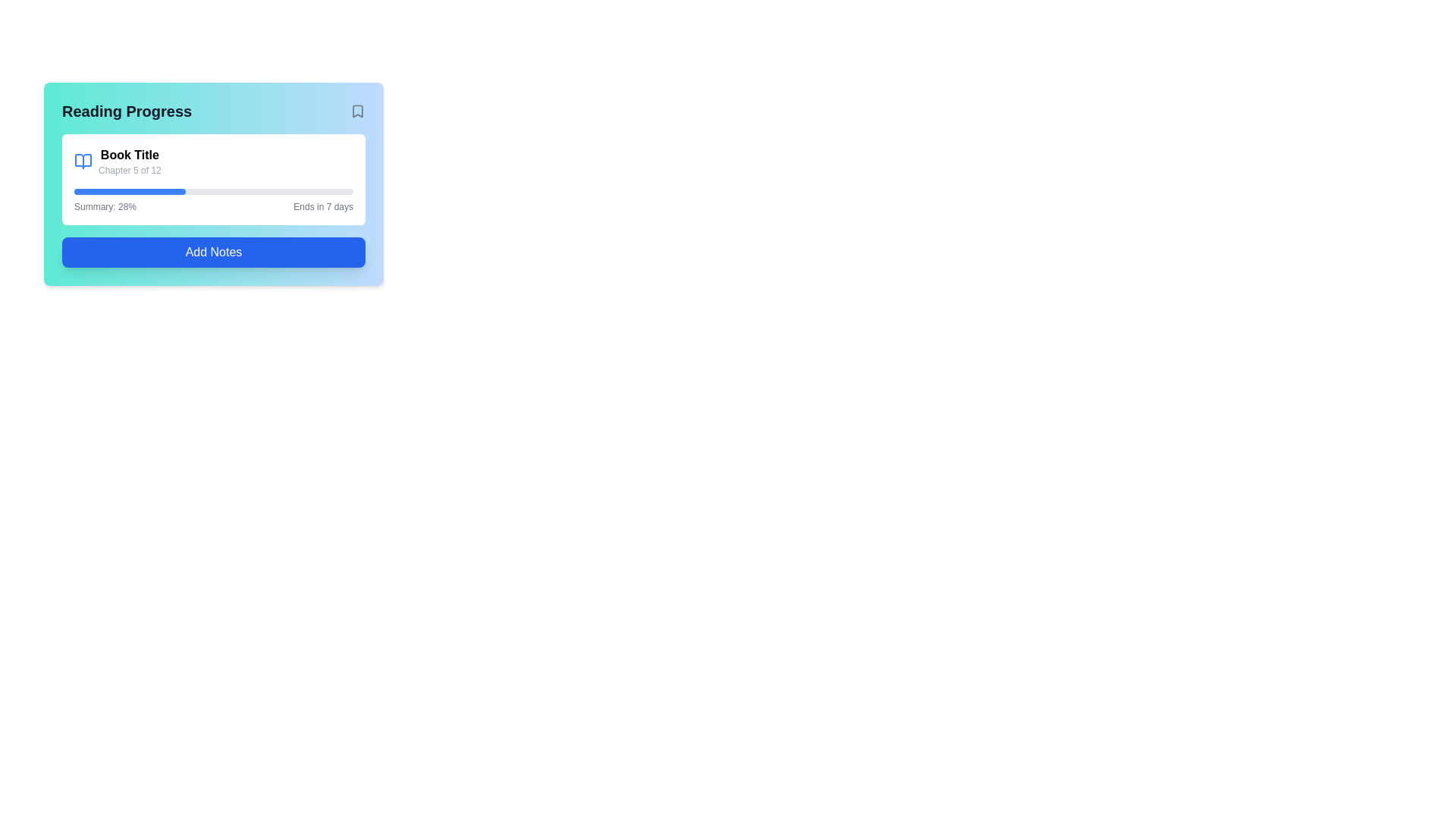 The width and height of the screenshot is (1456, 819). Describe the element at coordinates (83, 161) in the screenshot. I see `the decorative book icon located within the 'Reading Progress' card, which is positioned to the left of the 'Book Title' and 'Chapter 5 of 12' text` at that location.